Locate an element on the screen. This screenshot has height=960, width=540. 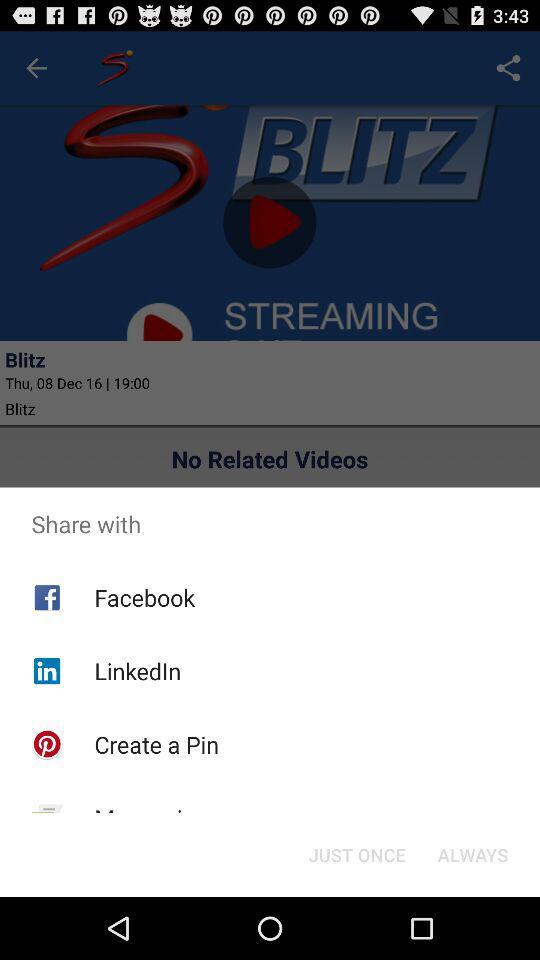
the messaging item is located at coordinates (150, 818).